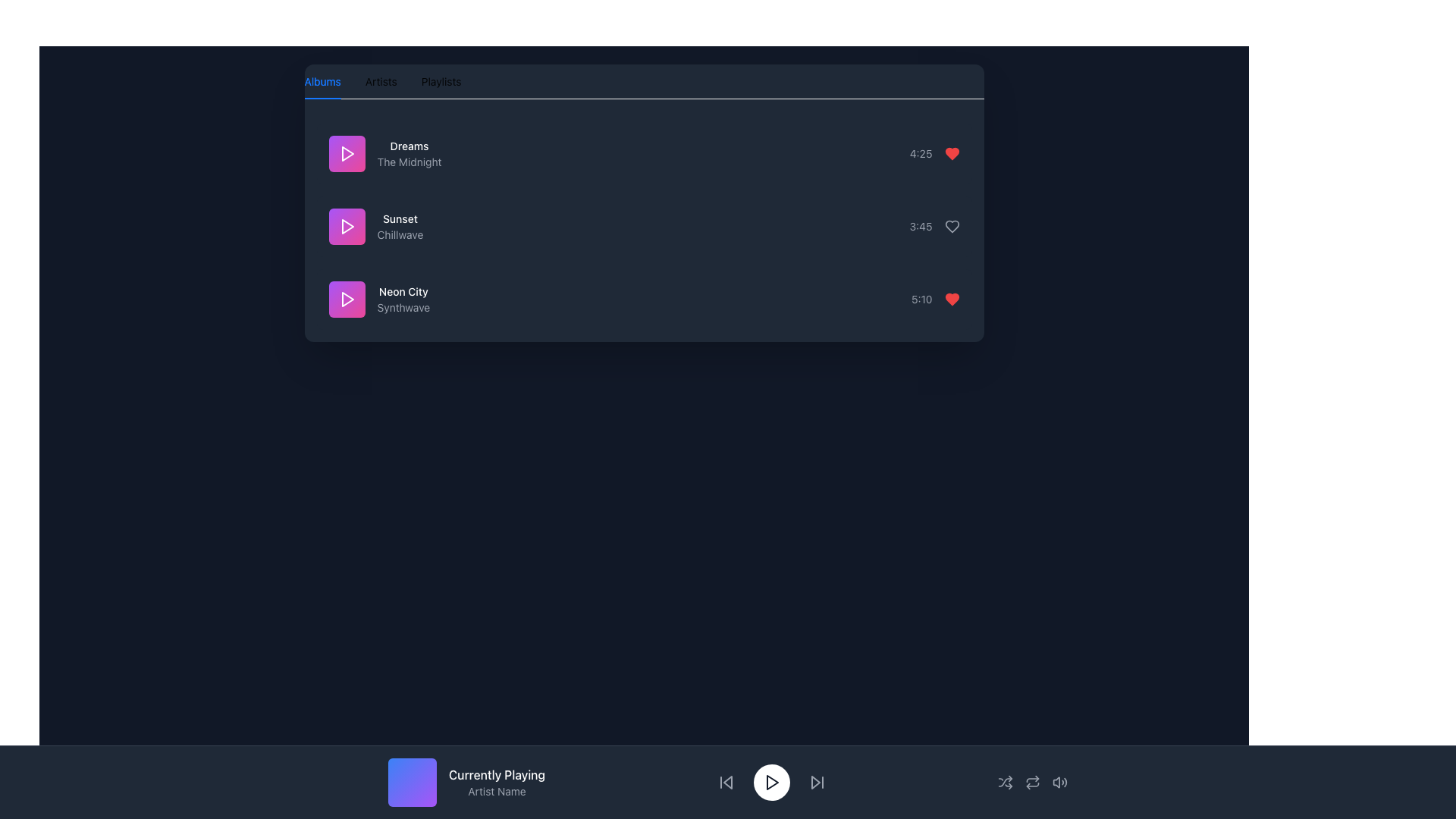 The width and height of the screenshot is (1456, 819). What do you see at coordinates (347, 227) in the screenshot?
I see `the playback icon for the 'Sunset' track located in the second item of the playlist to initiate playback` at bounding box center [347, 227].